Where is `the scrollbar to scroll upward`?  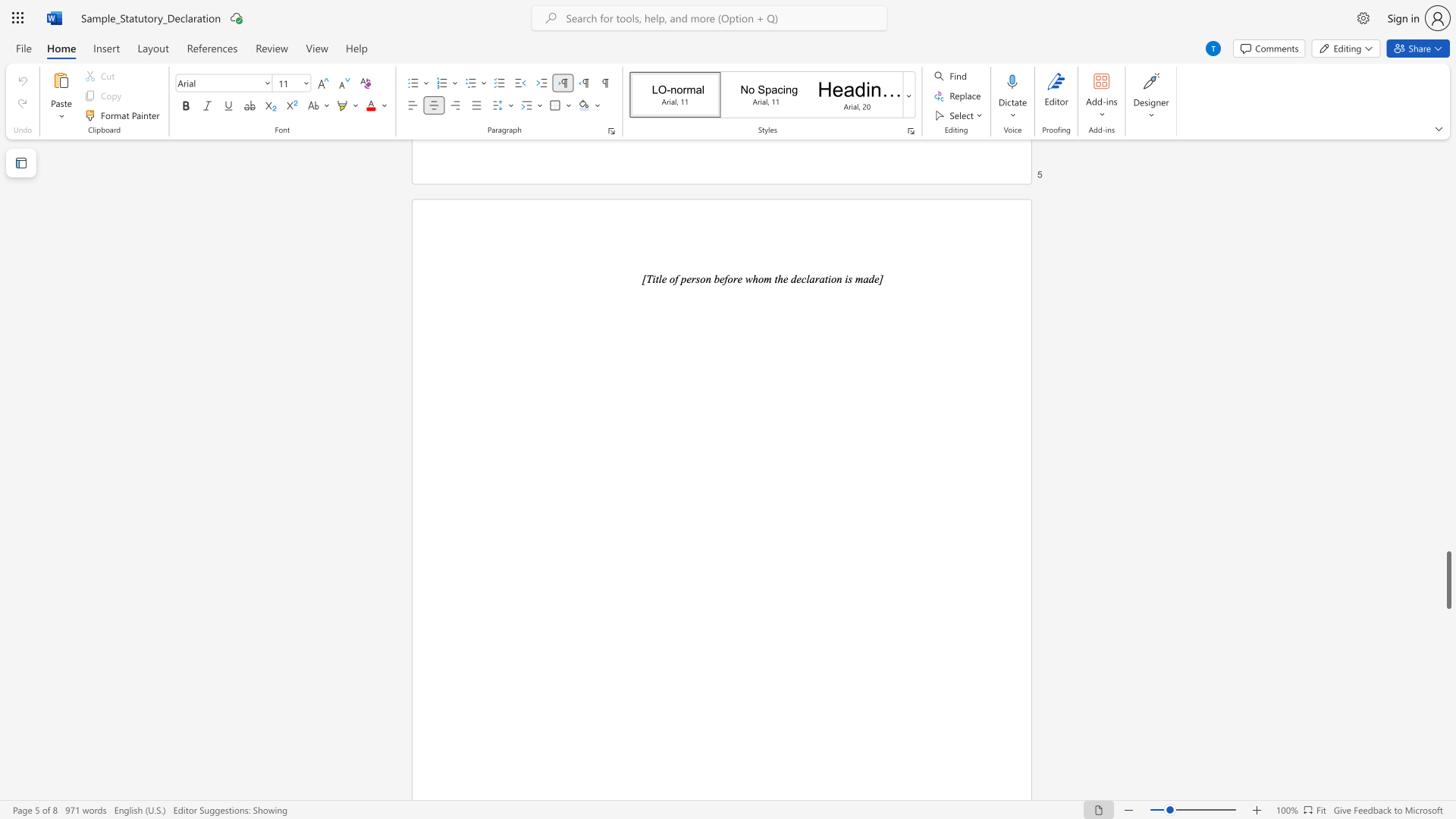 the scrollbar to scroll upward is located at coordinates (1448, 439).